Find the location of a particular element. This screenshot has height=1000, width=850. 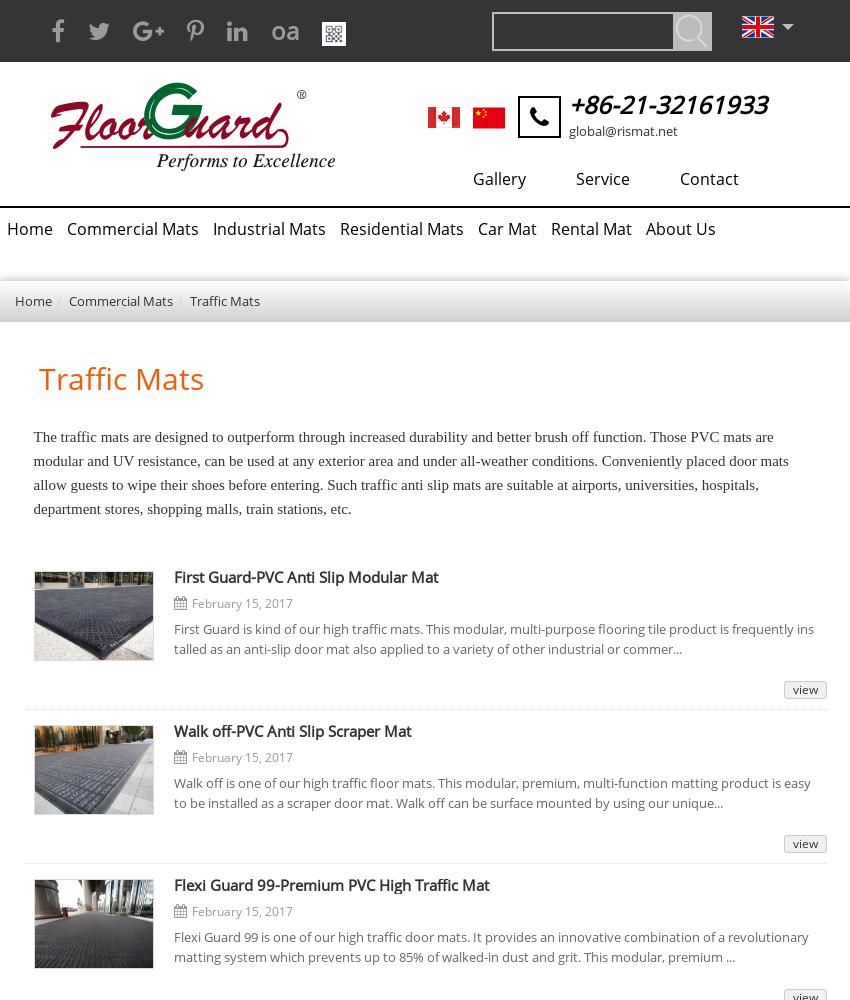

'Residential Mats' is located at coordinates (401, 228).